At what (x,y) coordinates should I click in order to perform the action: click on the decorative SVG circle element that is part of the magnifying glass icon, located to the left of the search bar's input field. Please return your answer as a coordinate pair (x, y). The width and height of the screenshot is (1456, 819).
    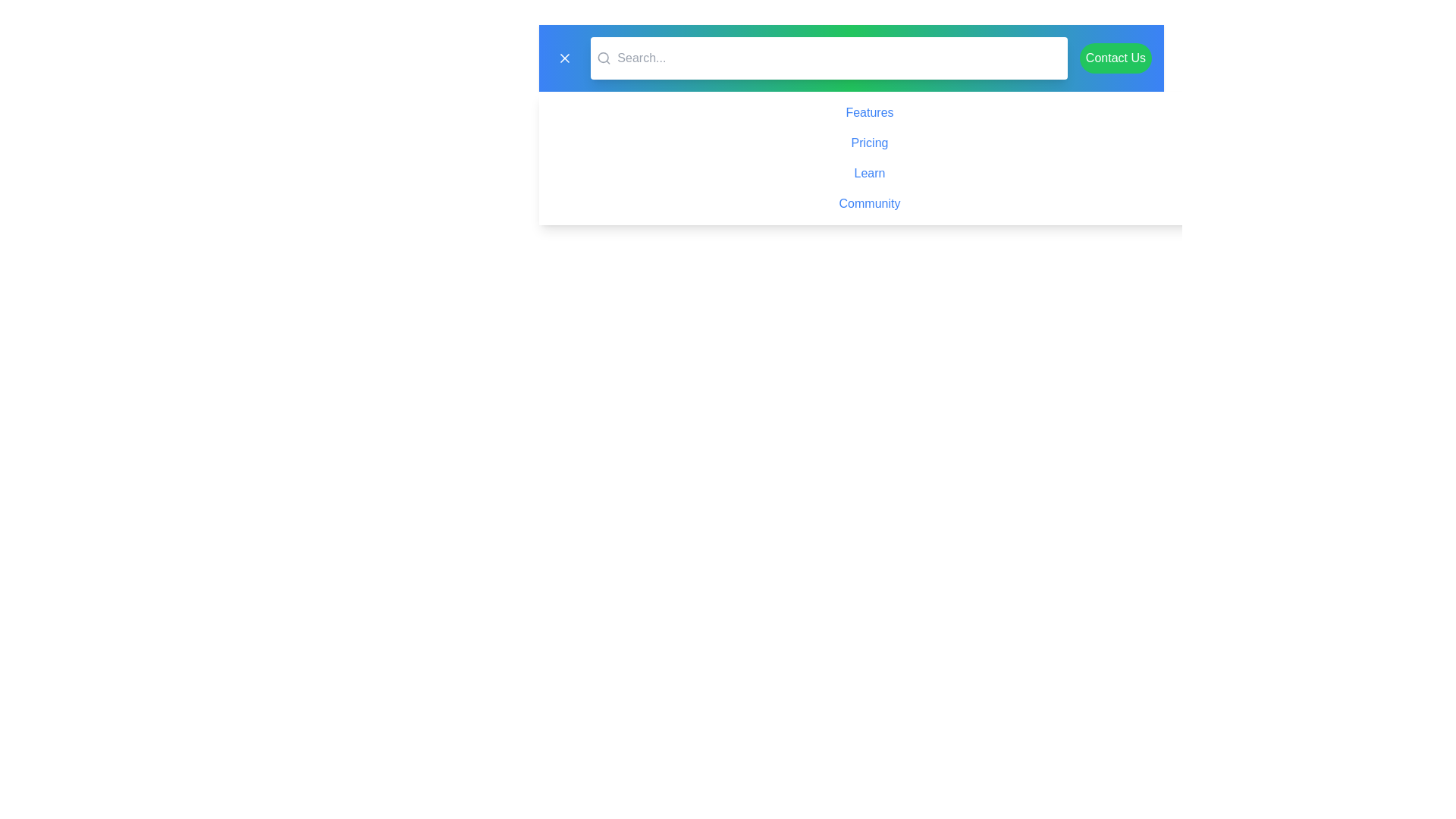
    Looking at the image, I should click on (602, 57).